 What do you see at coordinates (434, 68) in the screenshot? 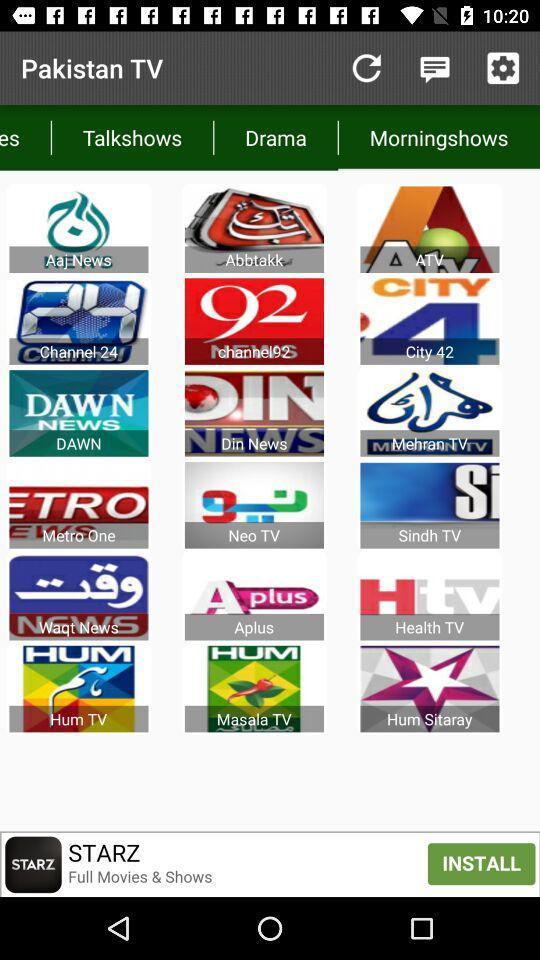
I see `send message` at bounding box center [434, 68].